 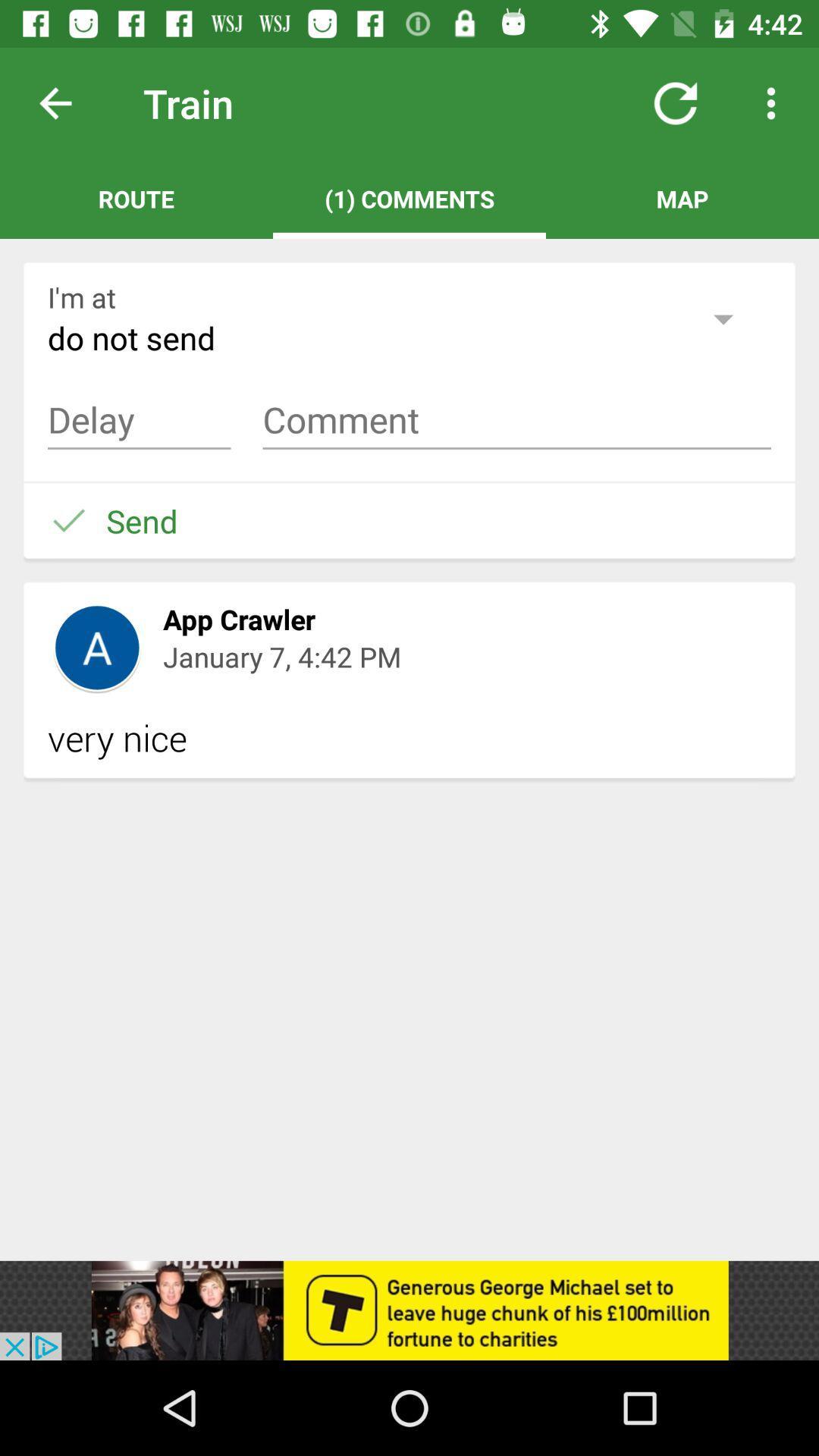 What do you see at coordinates (139, 420) in the screenshot?
I see `delay the report of texting` at bounding box center [139, 420].